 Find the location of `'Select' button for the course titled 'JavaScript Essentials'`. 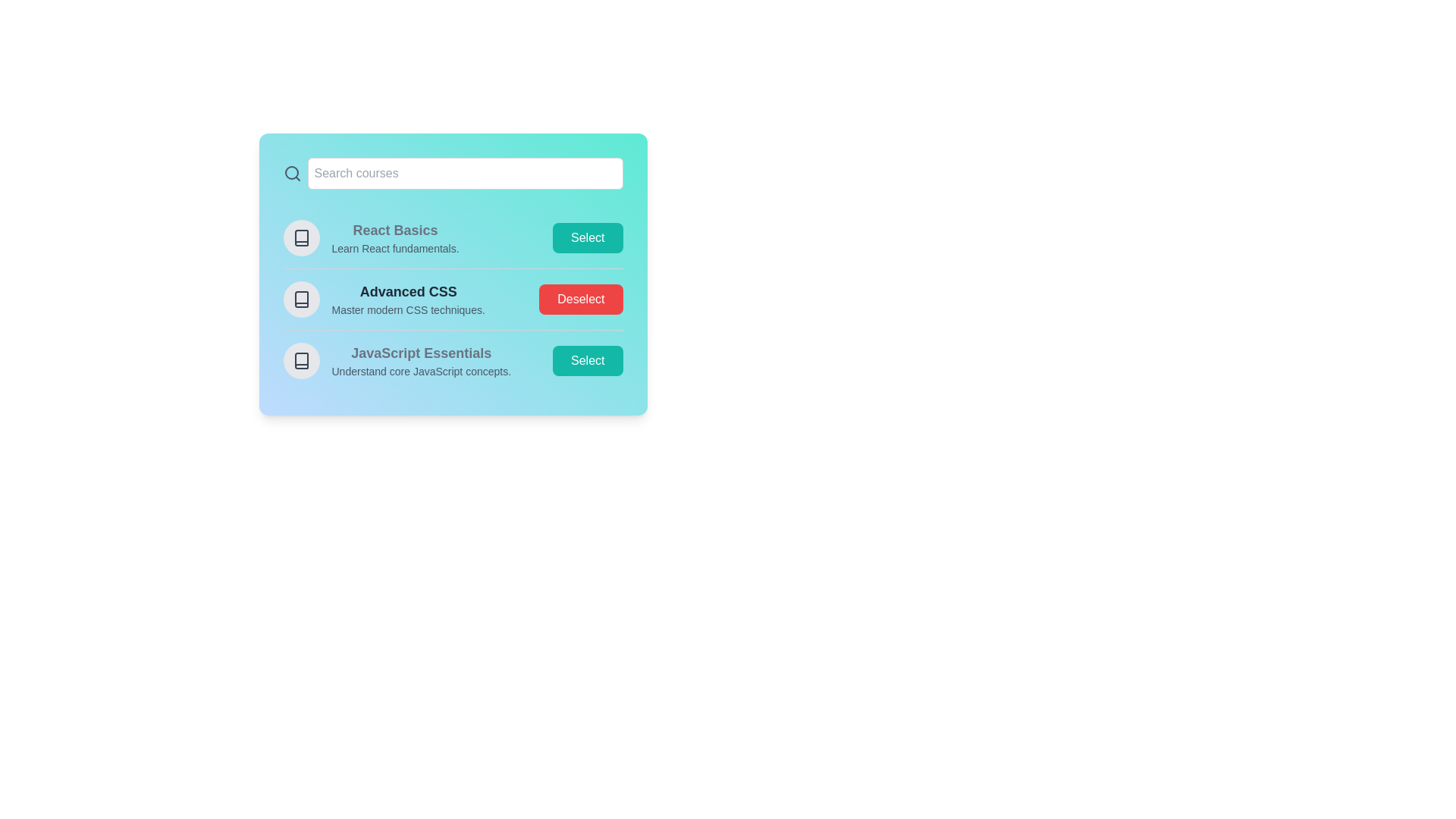

'Select' button for the course titled 'JavaScript Essentials' is located at coordinates (587, 360).